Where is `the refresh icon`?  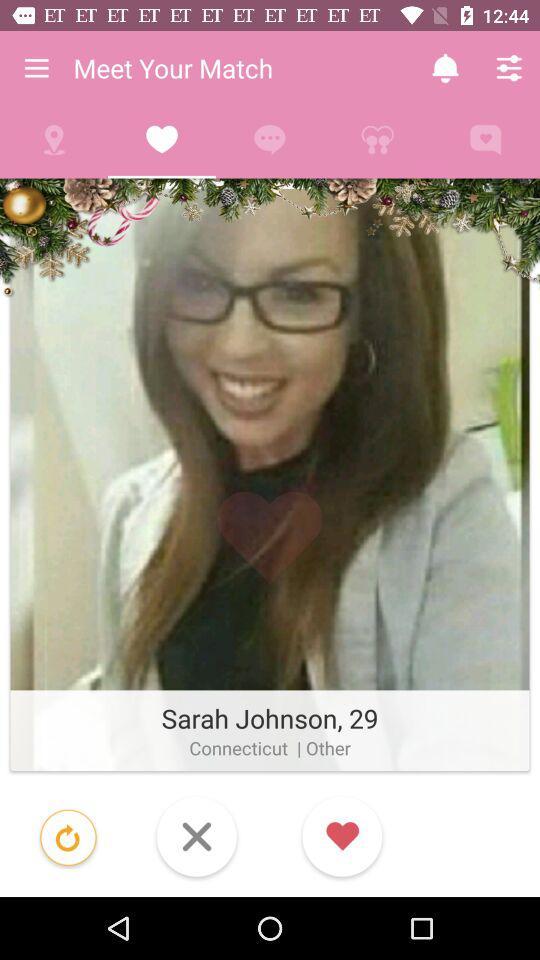 the refresh icon is located at coordinates (67, 839).